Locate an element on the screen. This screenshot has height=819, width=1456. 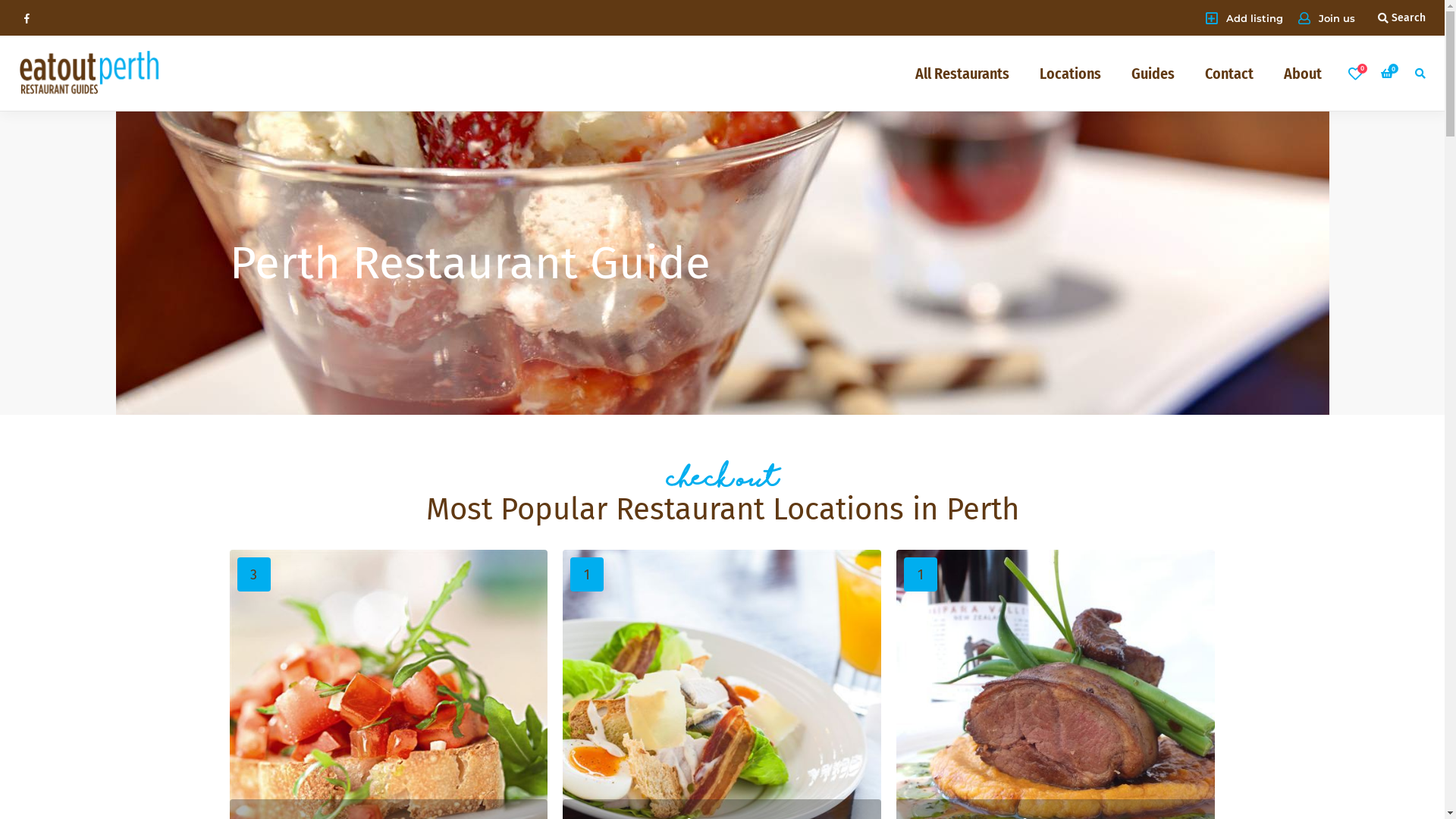
'About' is located at coordinates (1302, 73).